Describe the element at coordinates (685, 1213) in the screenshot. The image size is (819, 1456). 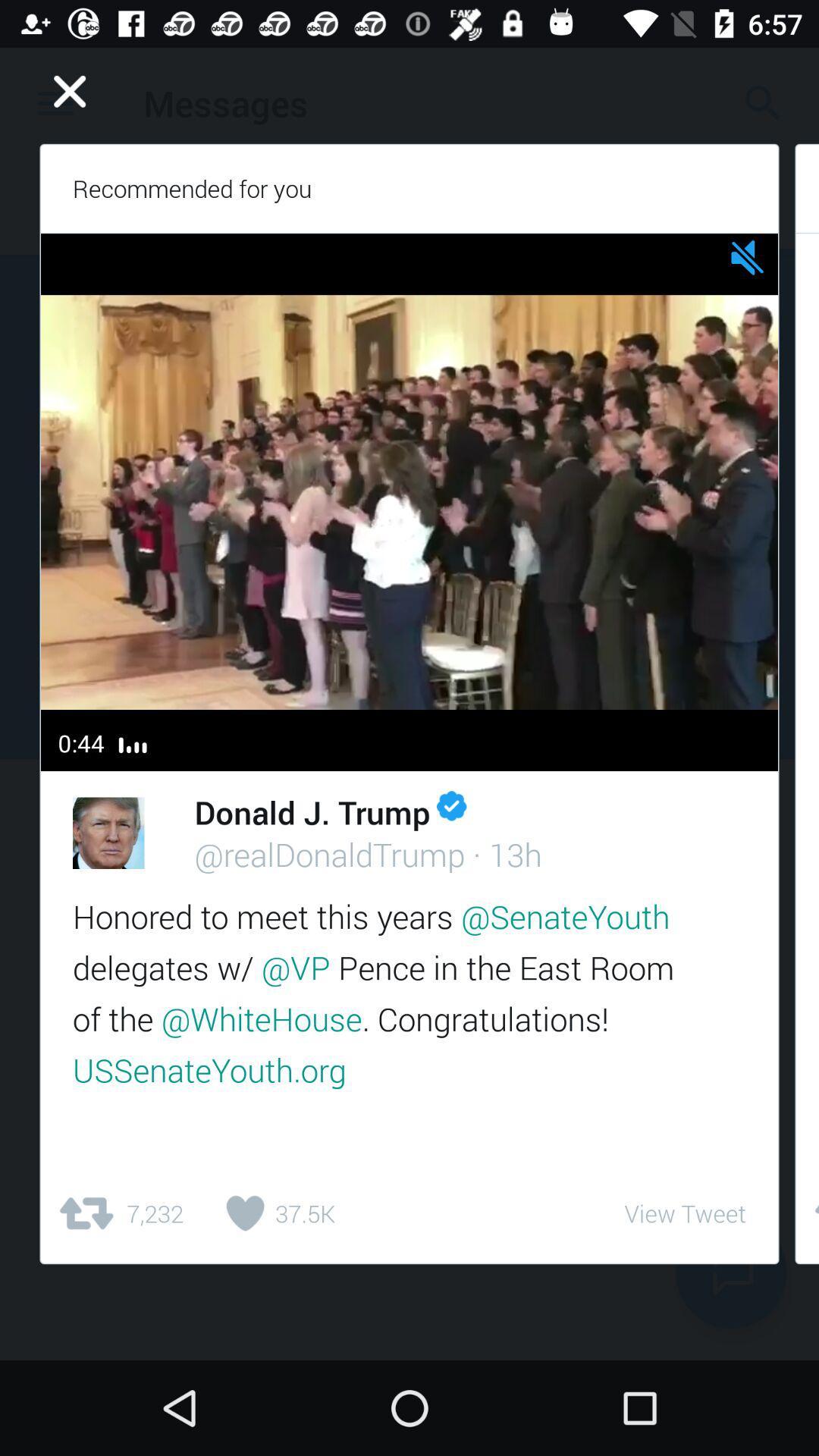
I see `the icon below the honored to meet item` at that location.